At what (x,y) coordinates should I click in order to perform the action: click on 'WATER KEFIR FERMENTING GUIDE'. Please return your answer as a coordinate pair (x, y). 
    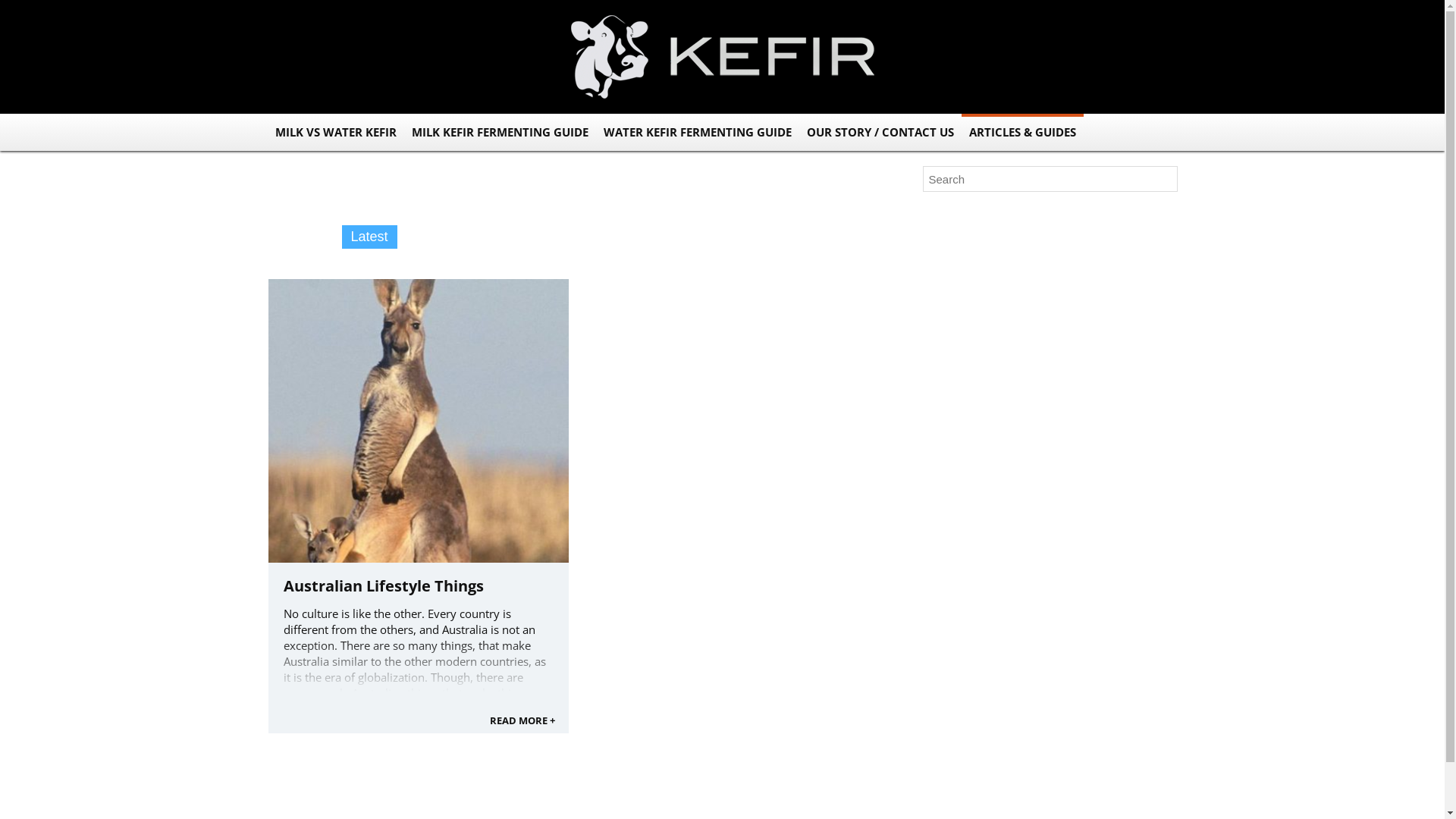
    Looking at the image, I should click on (697, 131).